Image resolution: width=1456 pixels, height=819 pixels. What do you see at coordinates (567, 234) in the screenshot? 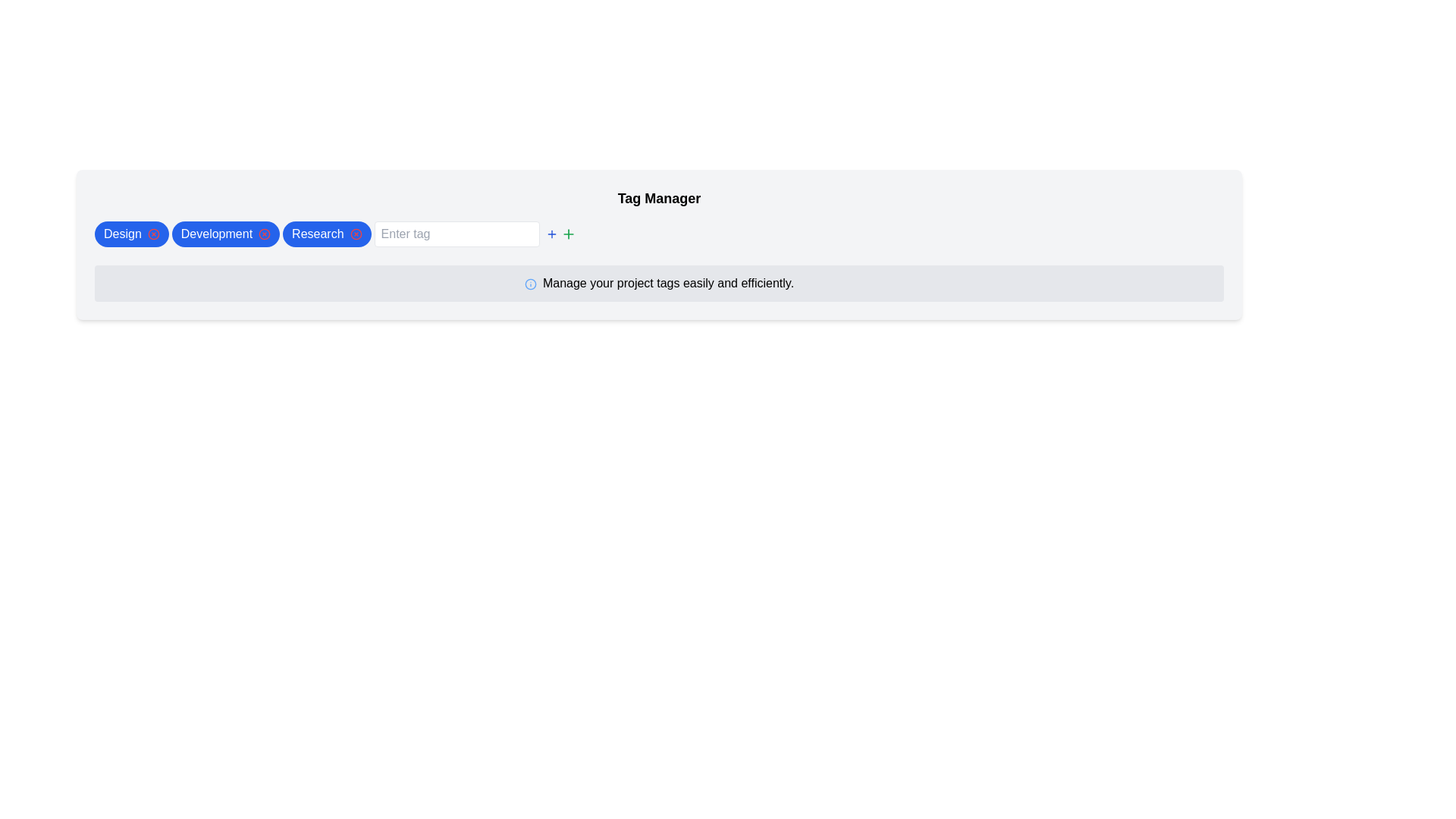
I see `the small green plus icon button located to the far right of the 'Enter tag' input field` at bounding box center [567, 234].